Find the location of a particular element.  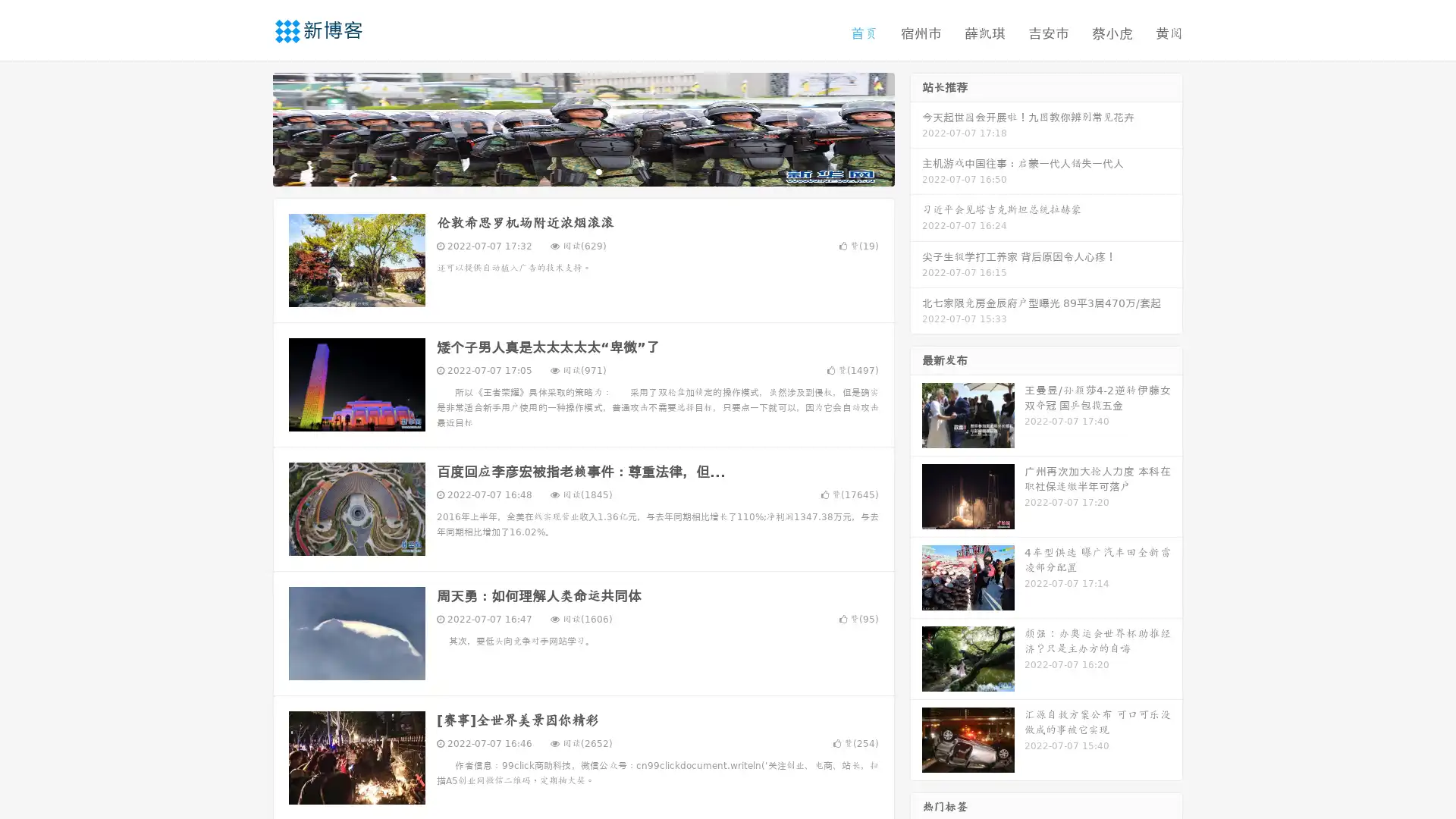

Go to slide 1 is located at coordinates (567, 171).